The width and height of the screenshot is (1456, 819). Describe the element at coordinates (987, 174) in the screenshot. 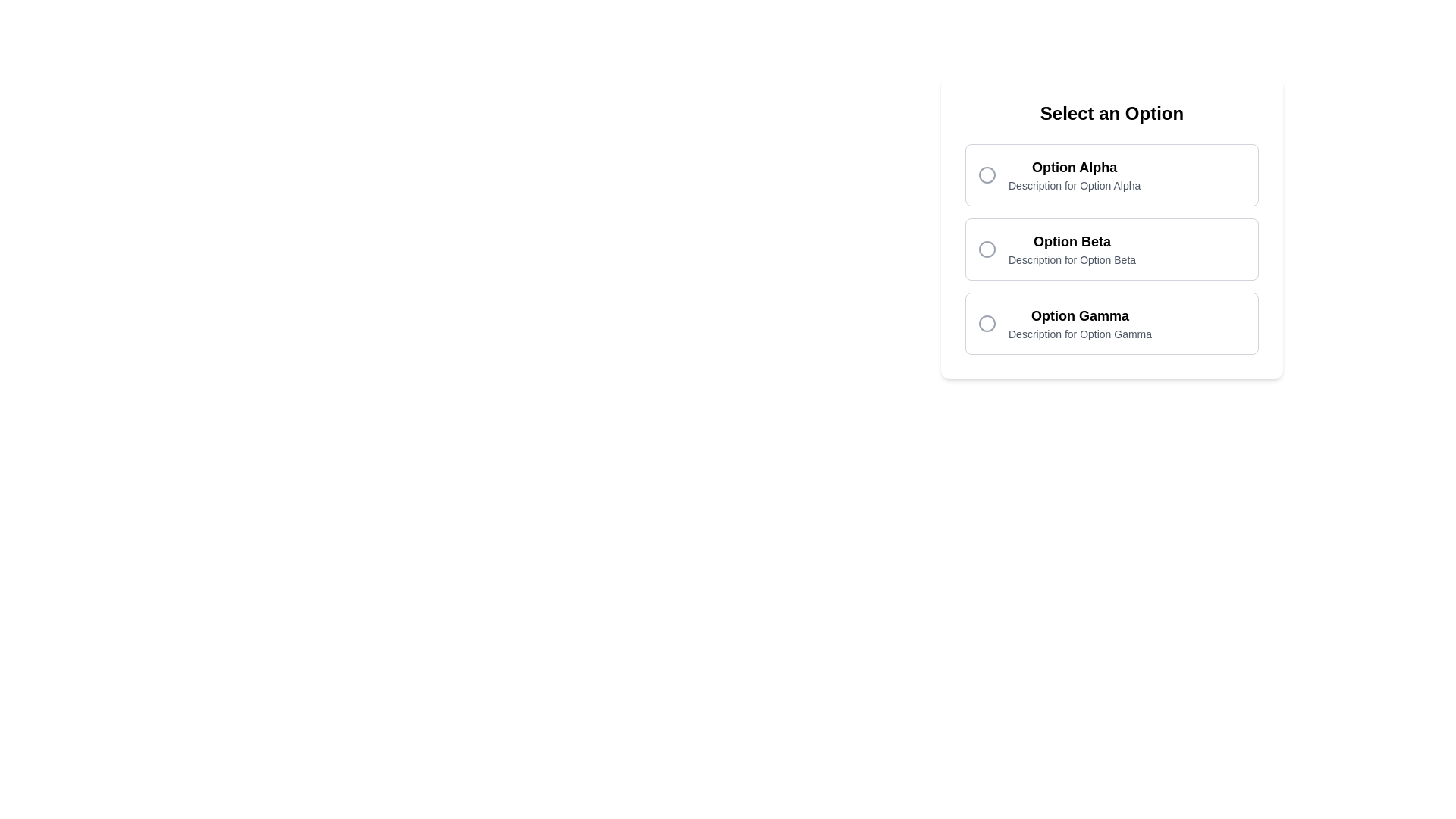

I see `the radio button indicator for 'Option Alpha', which visually indicates its selection state under the heading 'Select an Option'` at that location.